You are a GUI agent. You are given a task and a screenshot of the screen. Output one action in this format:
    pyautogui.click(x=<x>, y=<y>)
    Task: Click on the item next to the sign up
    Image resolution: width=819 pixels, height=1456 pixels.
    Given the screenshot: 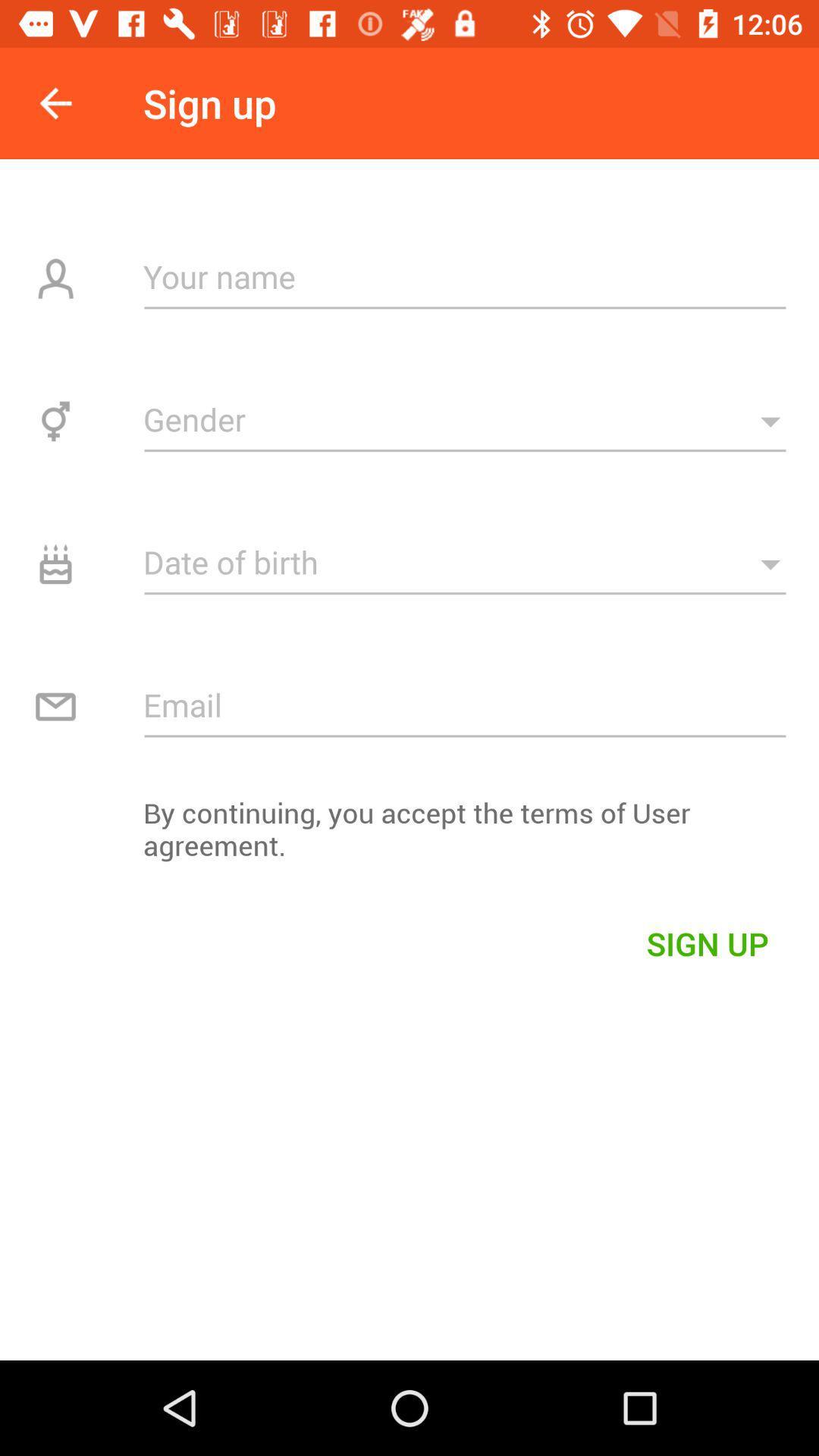 What is the action you would take?
    pyautogui.click(x=55, y=102)
    